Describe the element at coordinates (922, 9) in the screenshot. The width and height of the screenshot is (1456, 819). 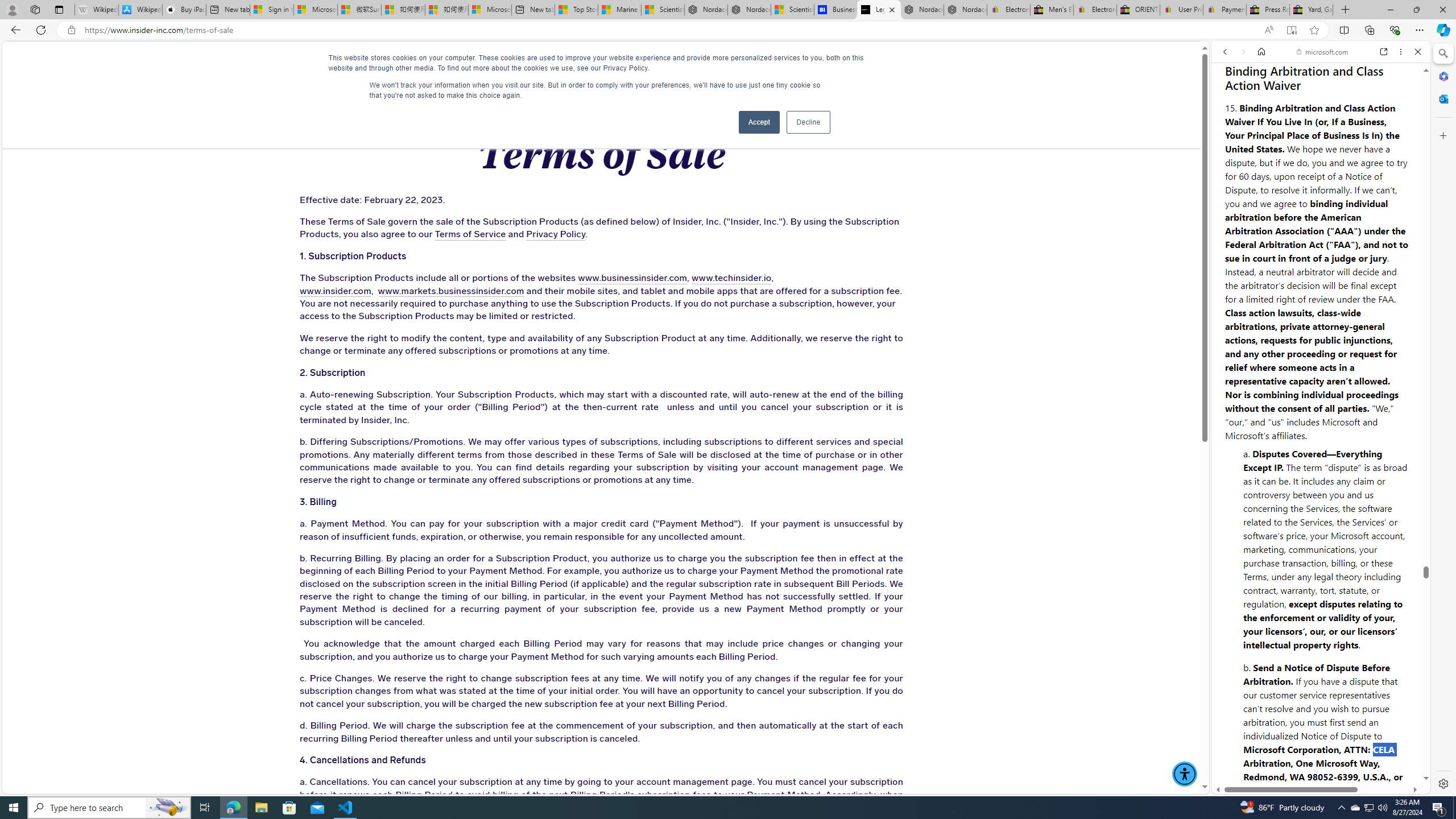
I see `'Nordace - Summer Adventures 2024'` at that location.